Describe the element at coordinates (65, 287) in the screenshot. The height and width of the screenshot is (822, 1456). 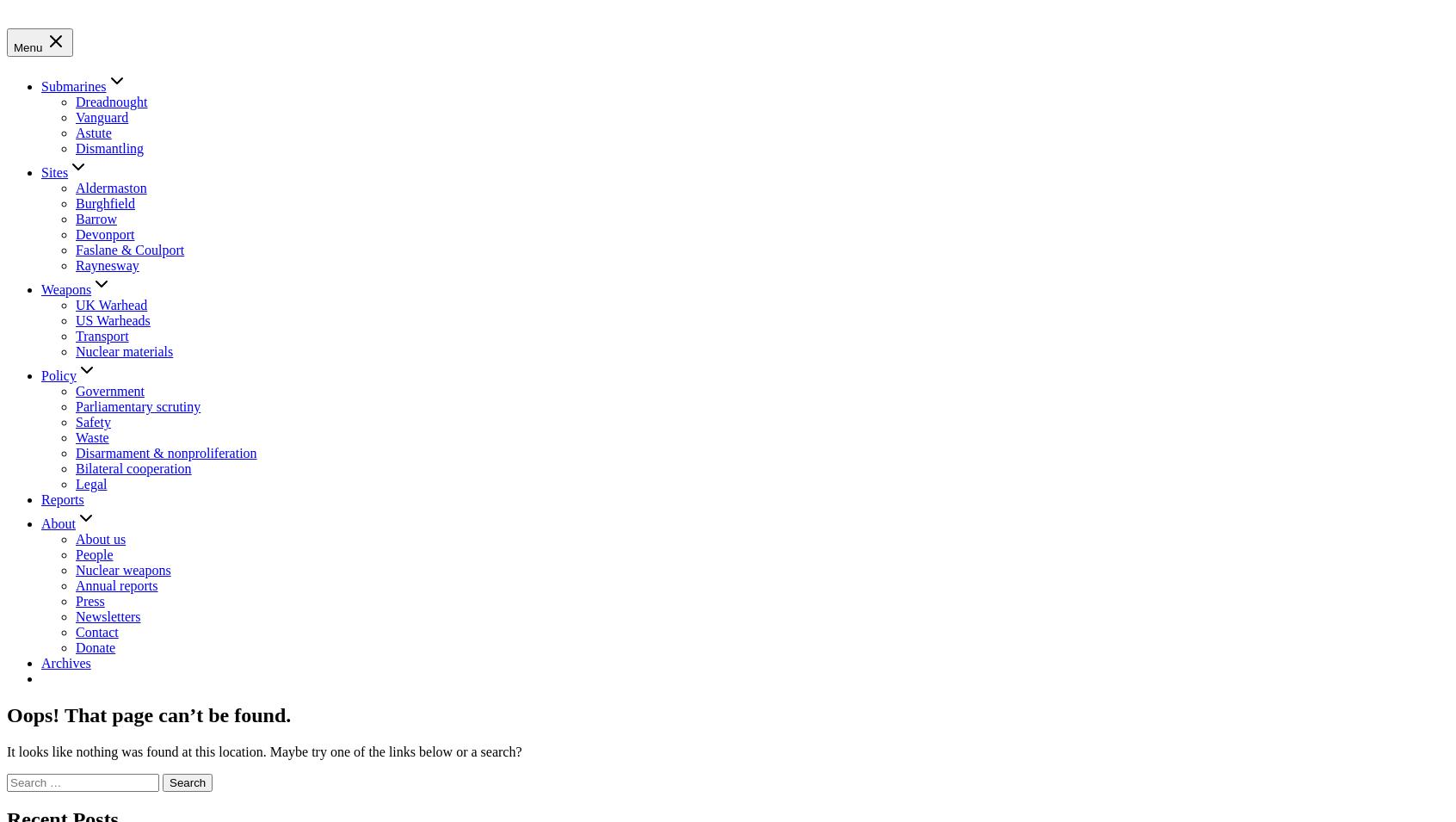
I see `'Weapons'` at that location.